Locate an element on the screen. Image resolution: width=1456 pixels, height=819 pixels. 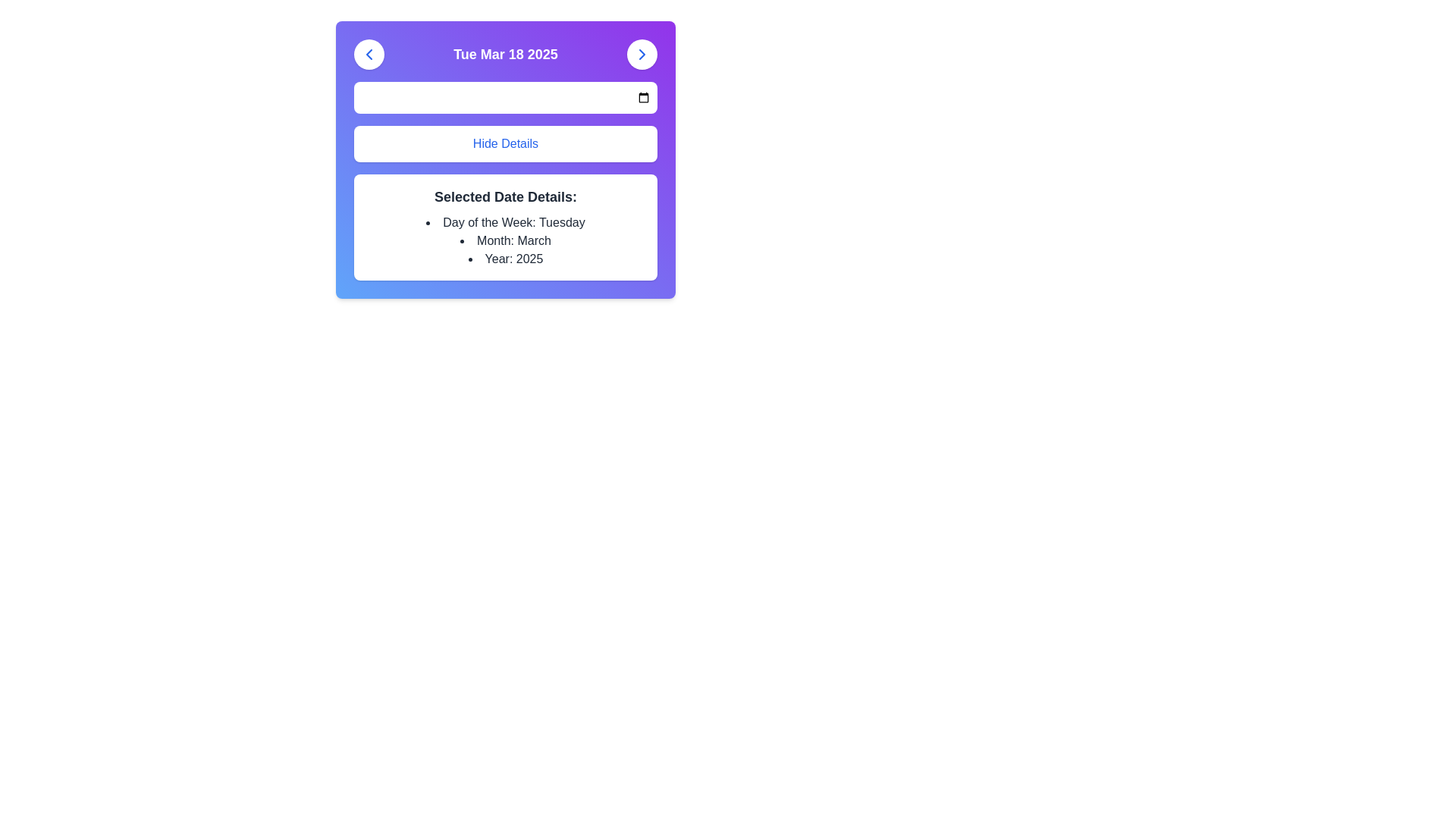
the button with a leftward-pointing chevron icon, which is located at the top-left corner of a card interface is located at coordinates (369, 54).